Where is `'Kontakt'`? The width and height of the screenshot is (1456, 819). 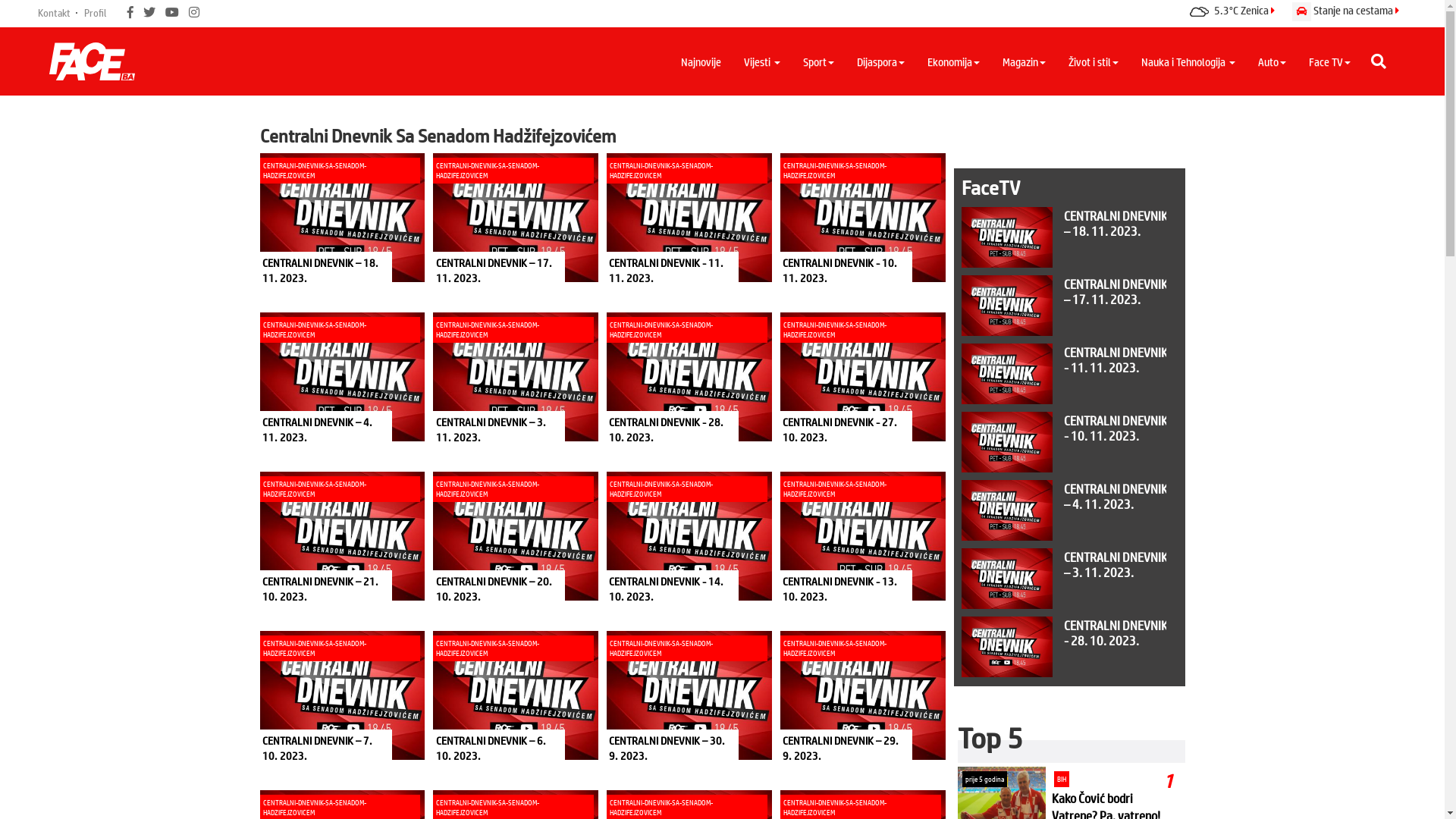 'Kontakt' is located at coordinates (54, 11).